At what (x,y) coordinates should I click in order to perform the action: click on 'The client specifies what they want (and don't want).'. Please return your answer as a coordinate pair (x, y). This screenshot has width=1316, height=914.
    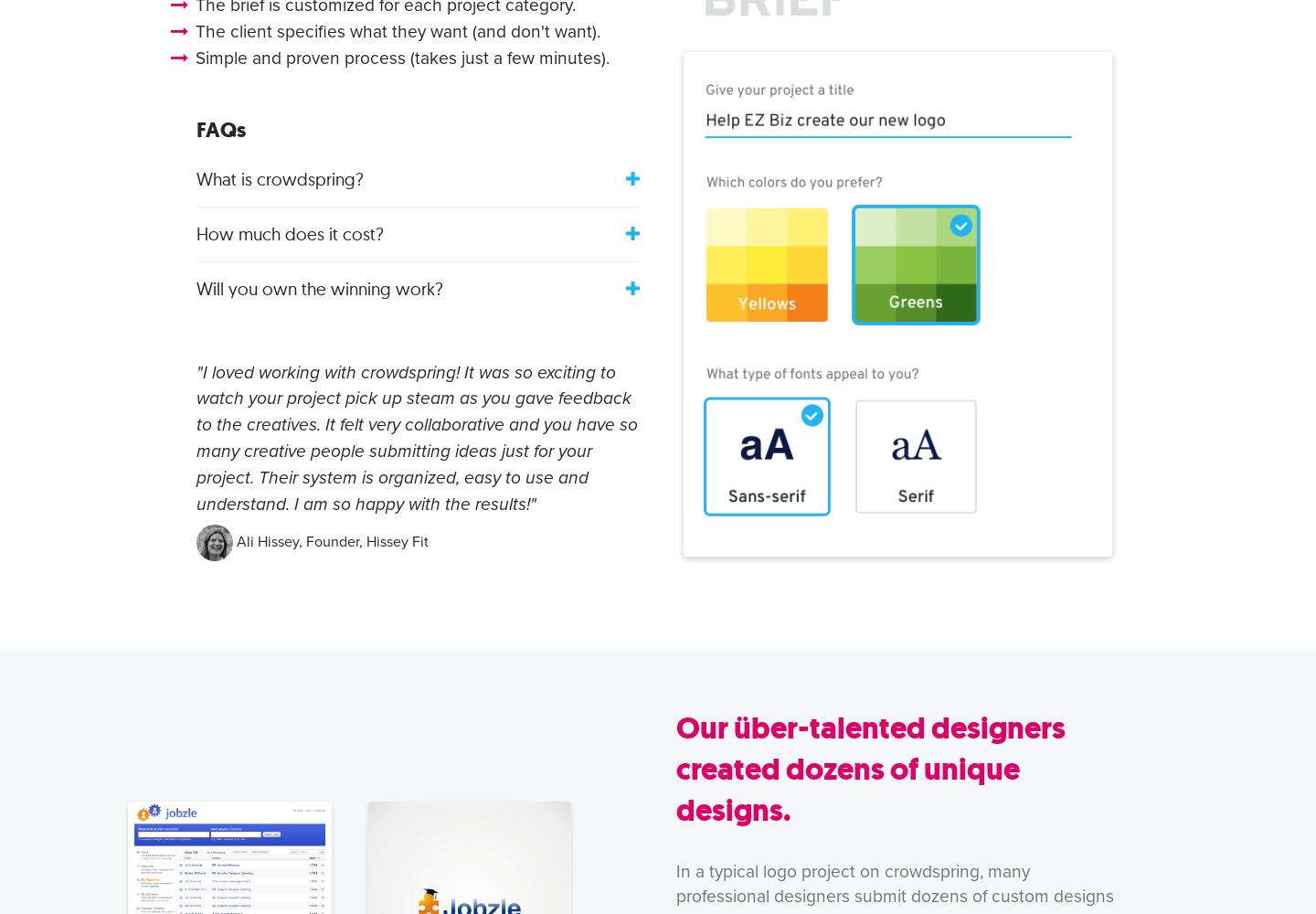
    Looking at the image, I should click on (398, 31).